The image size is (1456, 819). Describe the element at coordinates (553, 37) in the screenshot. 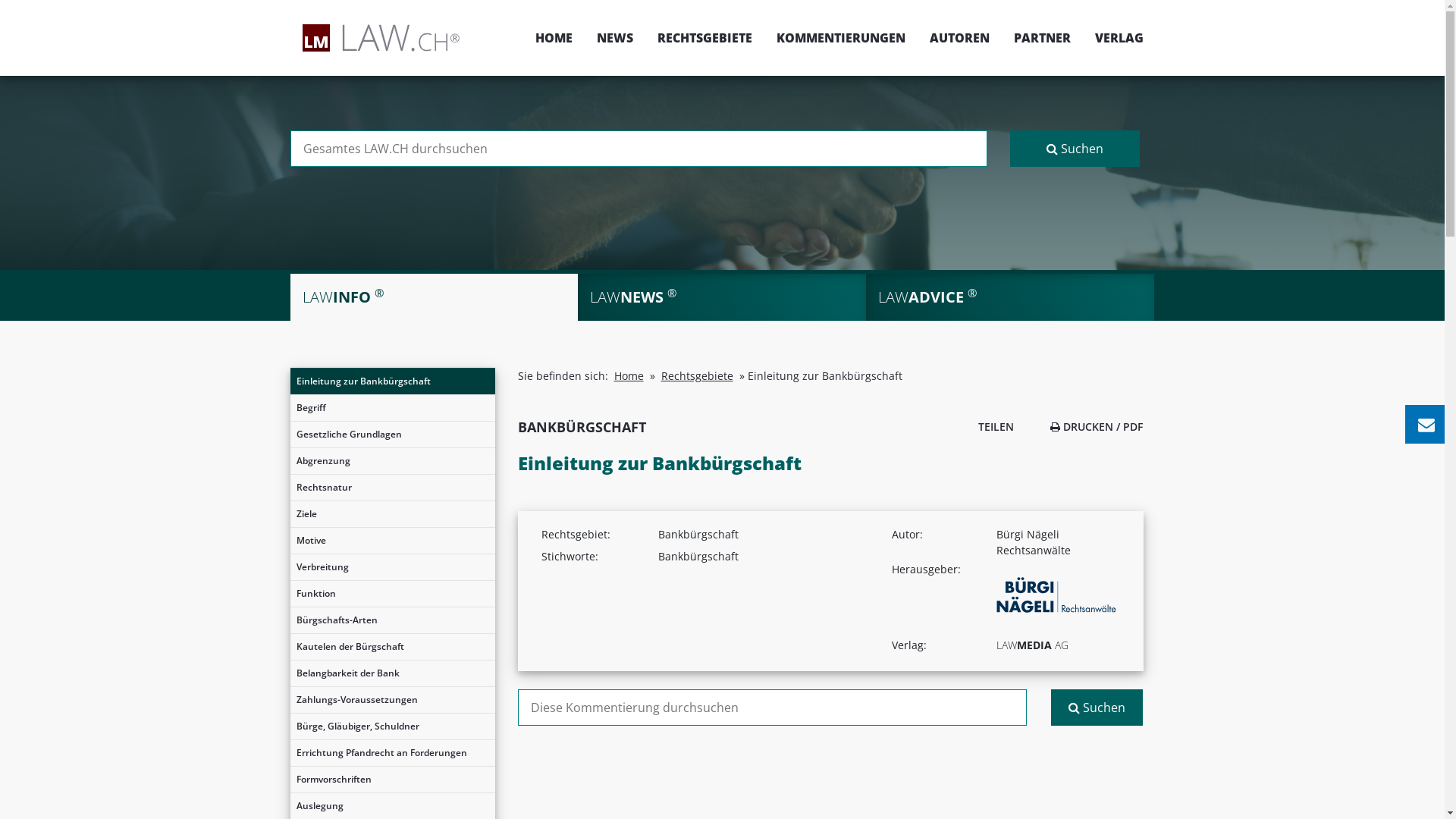

I see `'HOME'` at that location.